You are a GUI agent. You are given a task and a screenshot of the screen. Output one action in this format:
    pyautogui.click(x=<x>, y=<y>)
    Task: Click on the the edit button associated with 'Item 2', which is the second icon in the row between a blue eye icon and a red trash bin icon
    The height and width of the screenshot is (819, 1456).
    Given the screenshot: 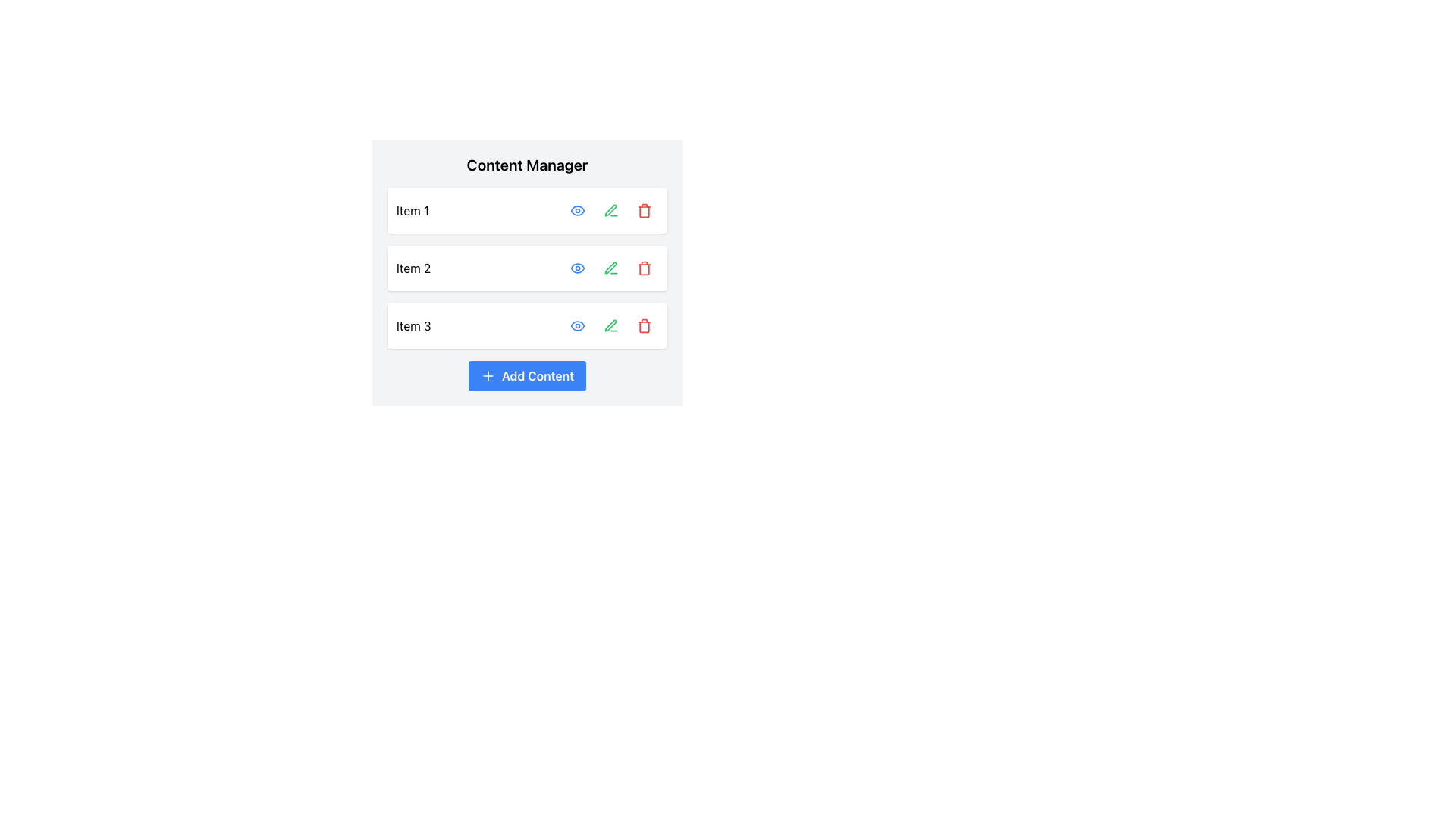 What is the action you would take?
    pyautogui.click(x=611, y=268)
    